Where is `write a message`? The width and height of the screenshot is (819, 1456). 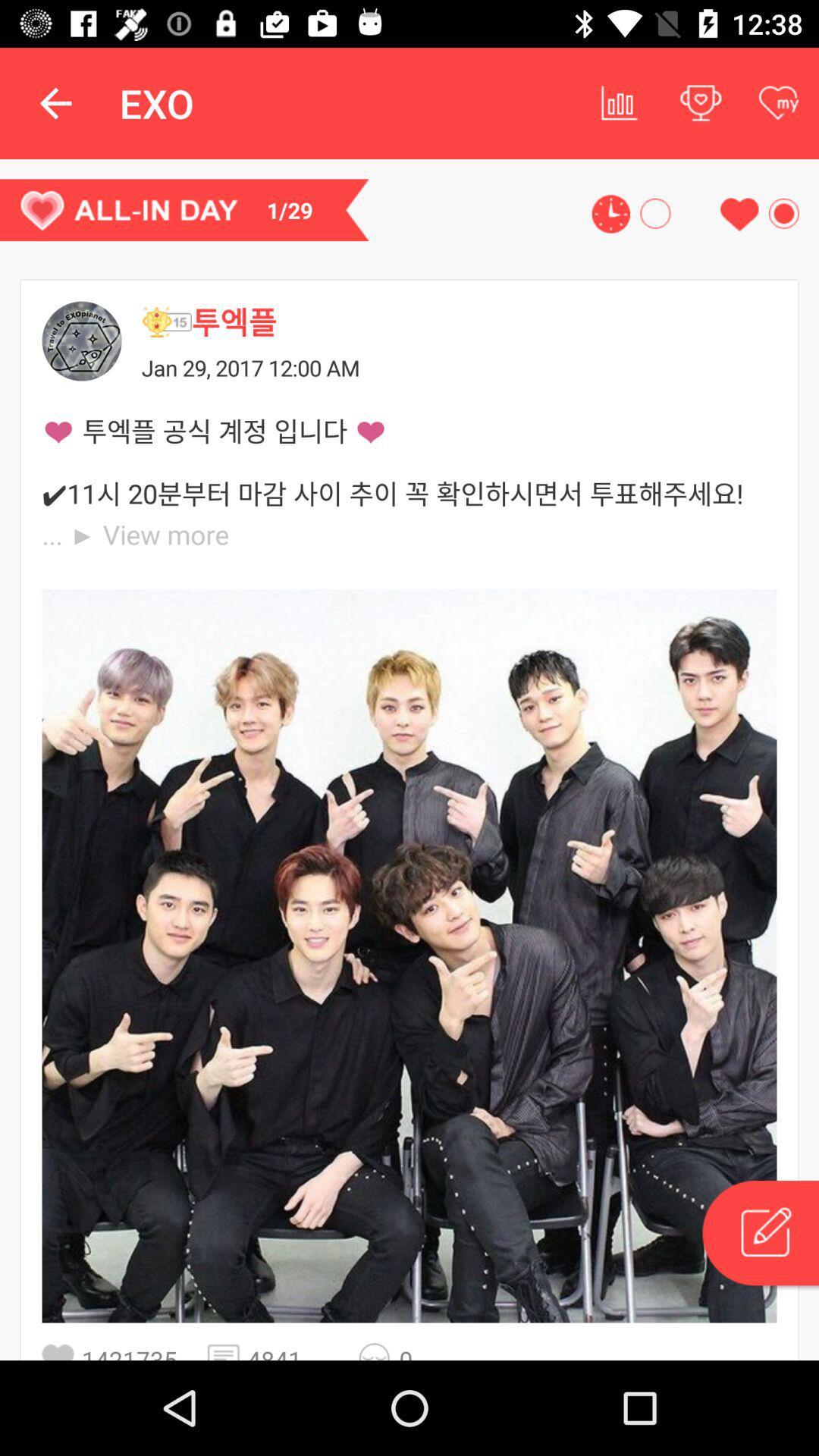
write a message is located at coordinates (759, 1235).